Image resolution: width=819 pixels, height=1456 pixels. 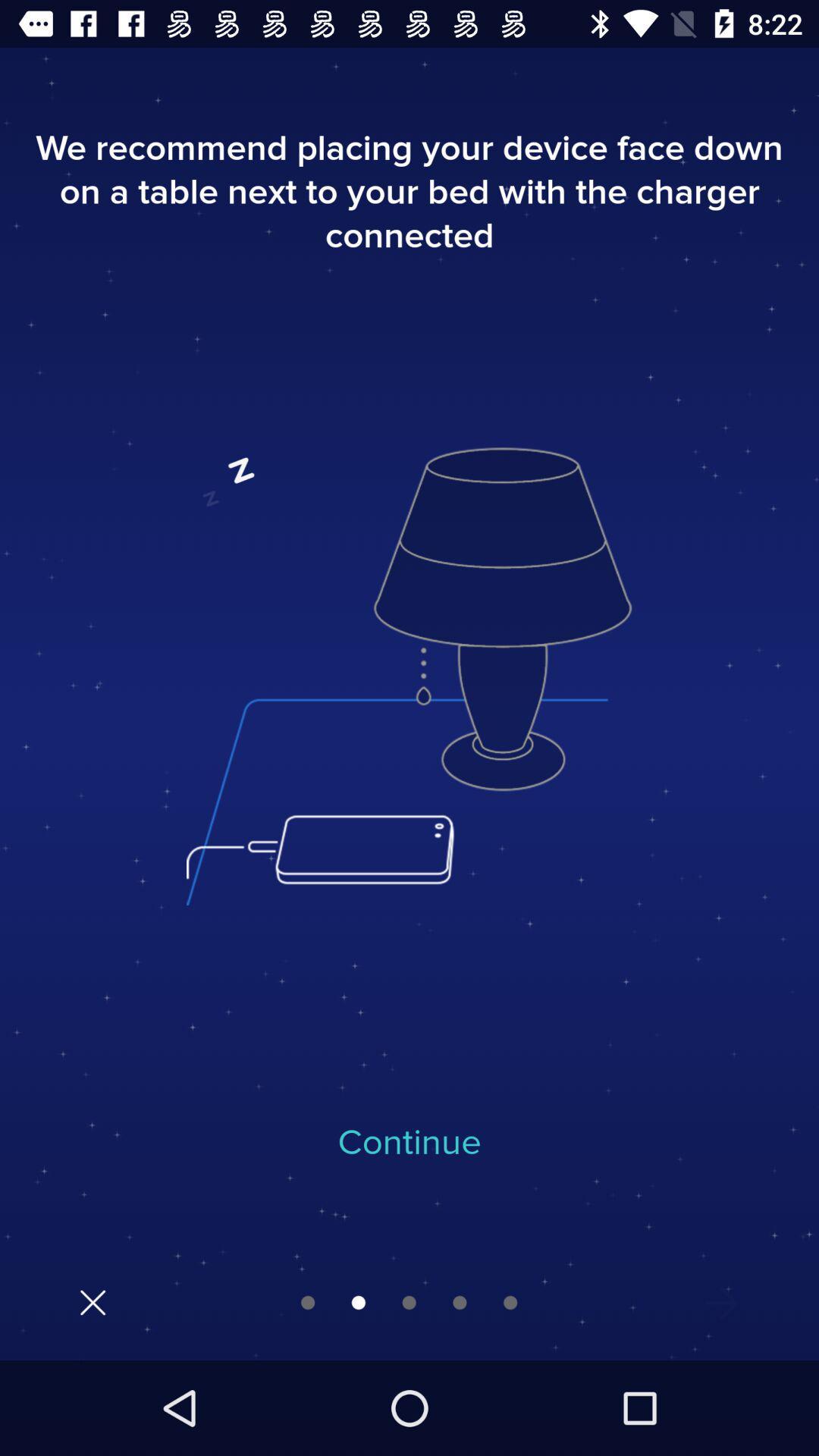 What do you see at coordinates (93, 1301) in the screenshot?
I see `the close icon` at bounding box center [93, 1301].